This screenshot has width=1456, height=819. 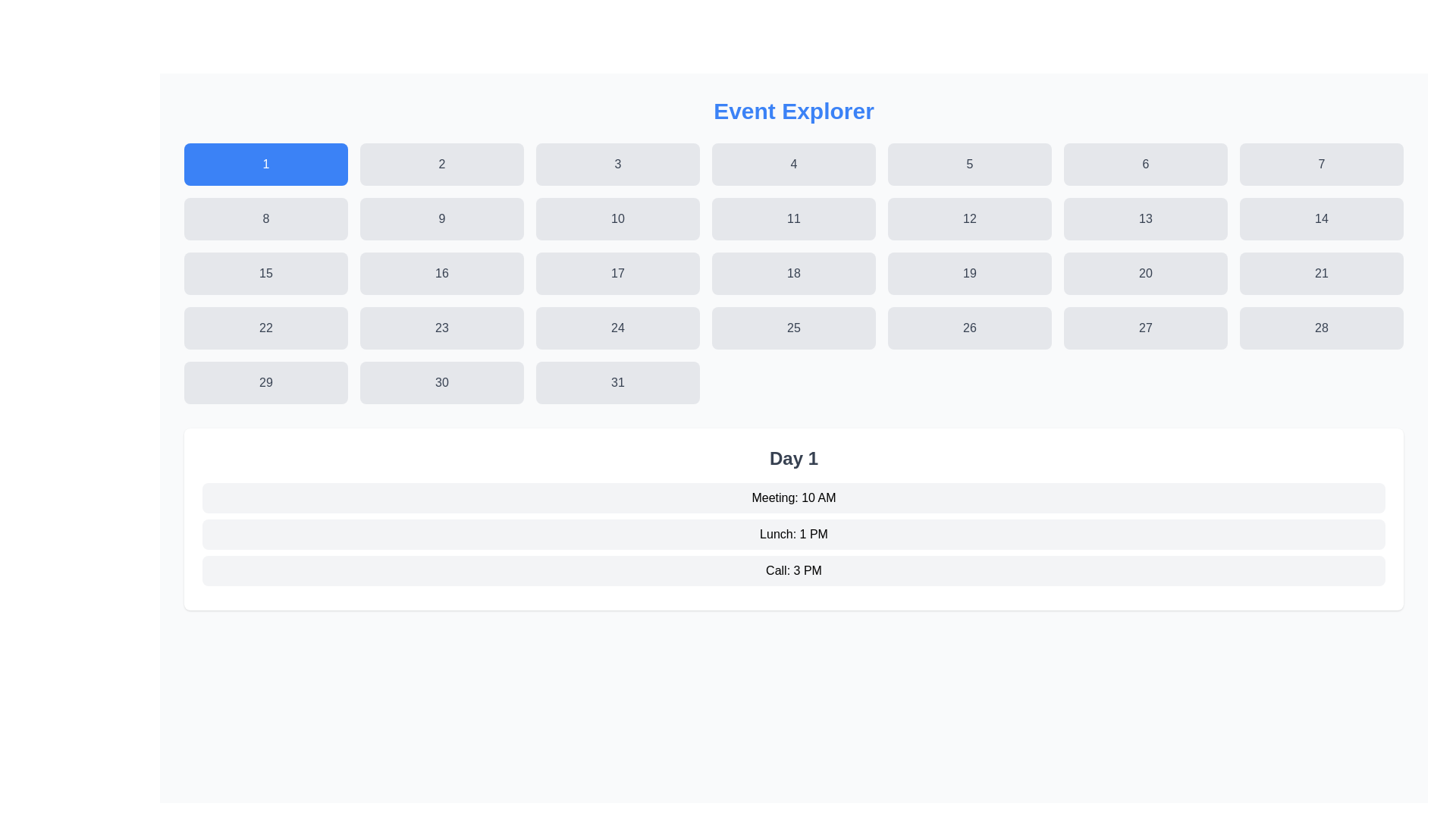 I want to click on the button labeled '27' in the calendar grid layout, so click(x=1146, y=327).